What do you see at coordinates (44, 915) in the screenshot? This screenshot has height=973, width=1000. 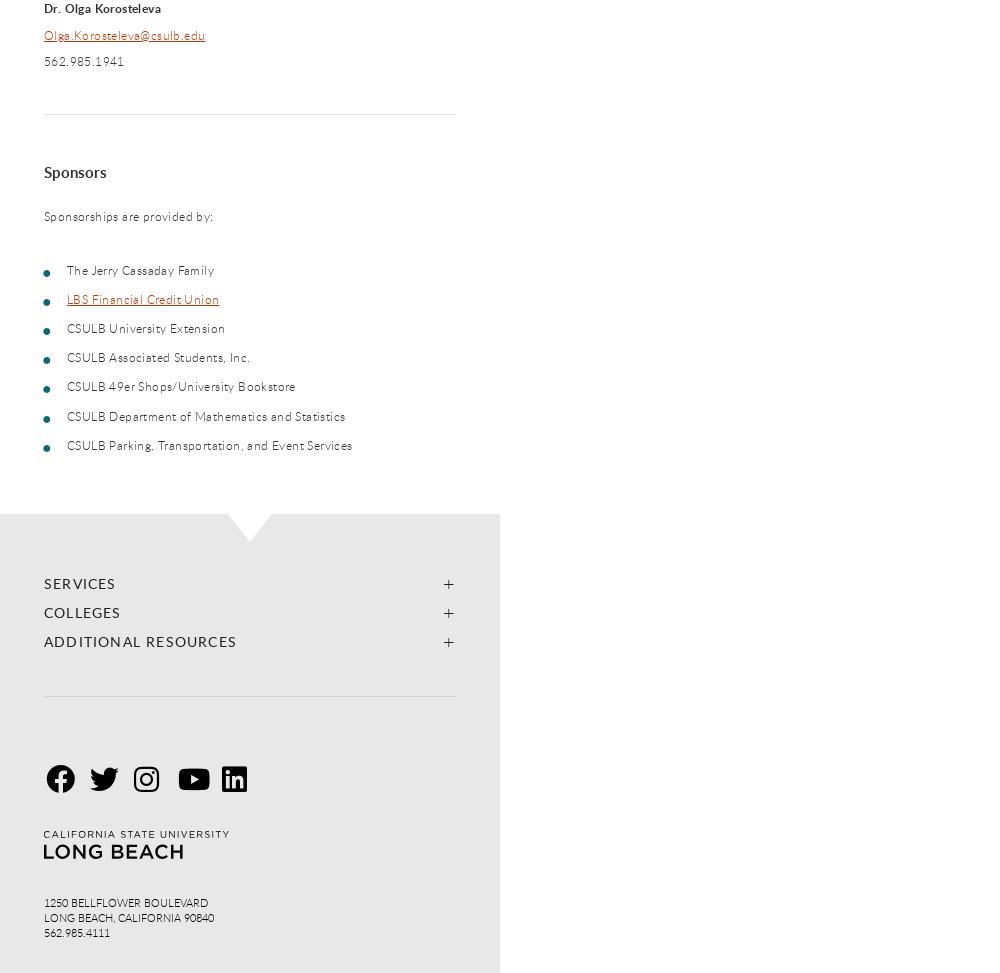 I see `'LONG BEACH, CALIFORNIA 90840'` at bounding box center [44, 915].